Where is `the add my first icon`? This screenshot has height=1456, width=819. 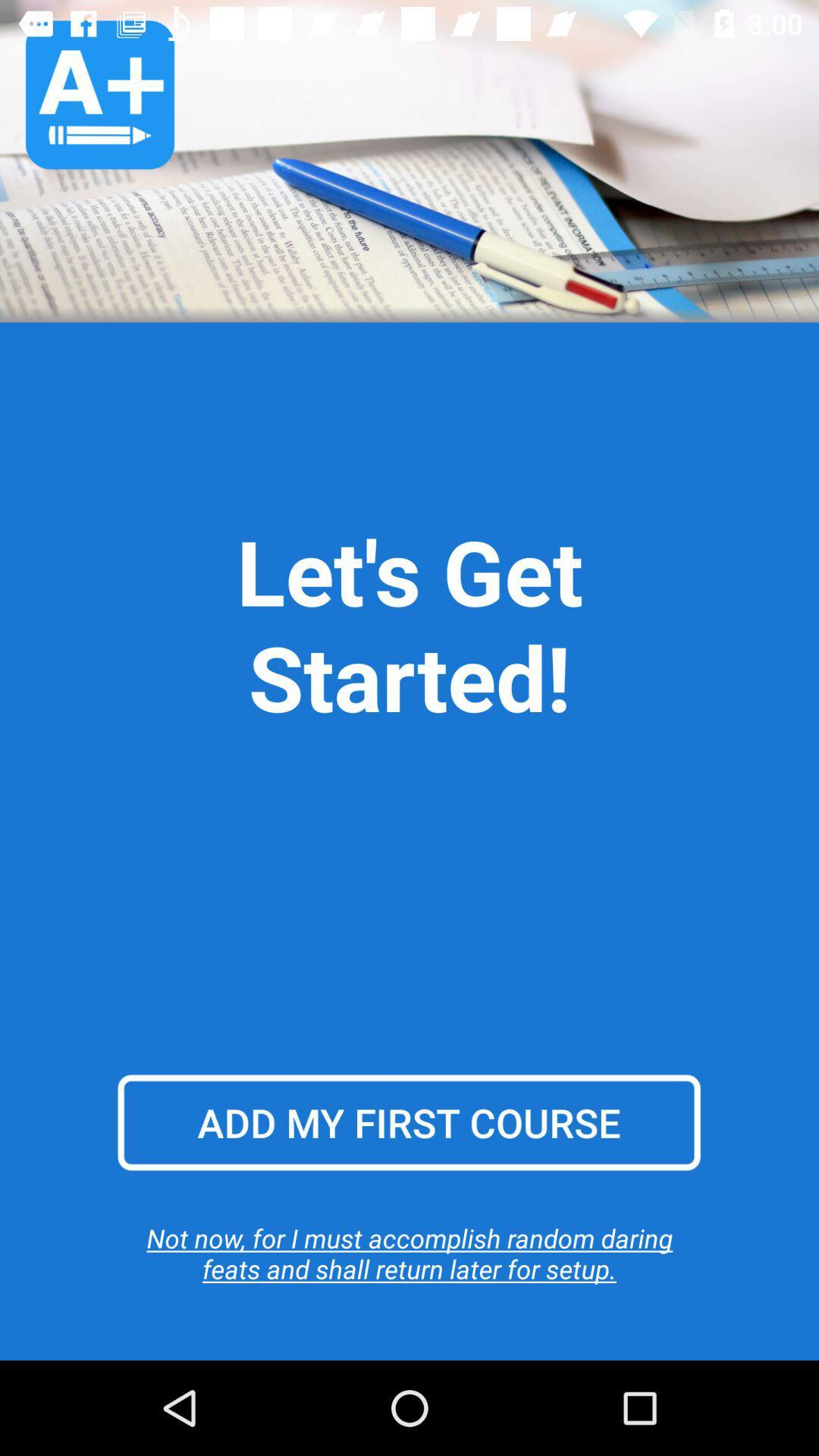 the add my first icon is located at coordinates (408, 1122).